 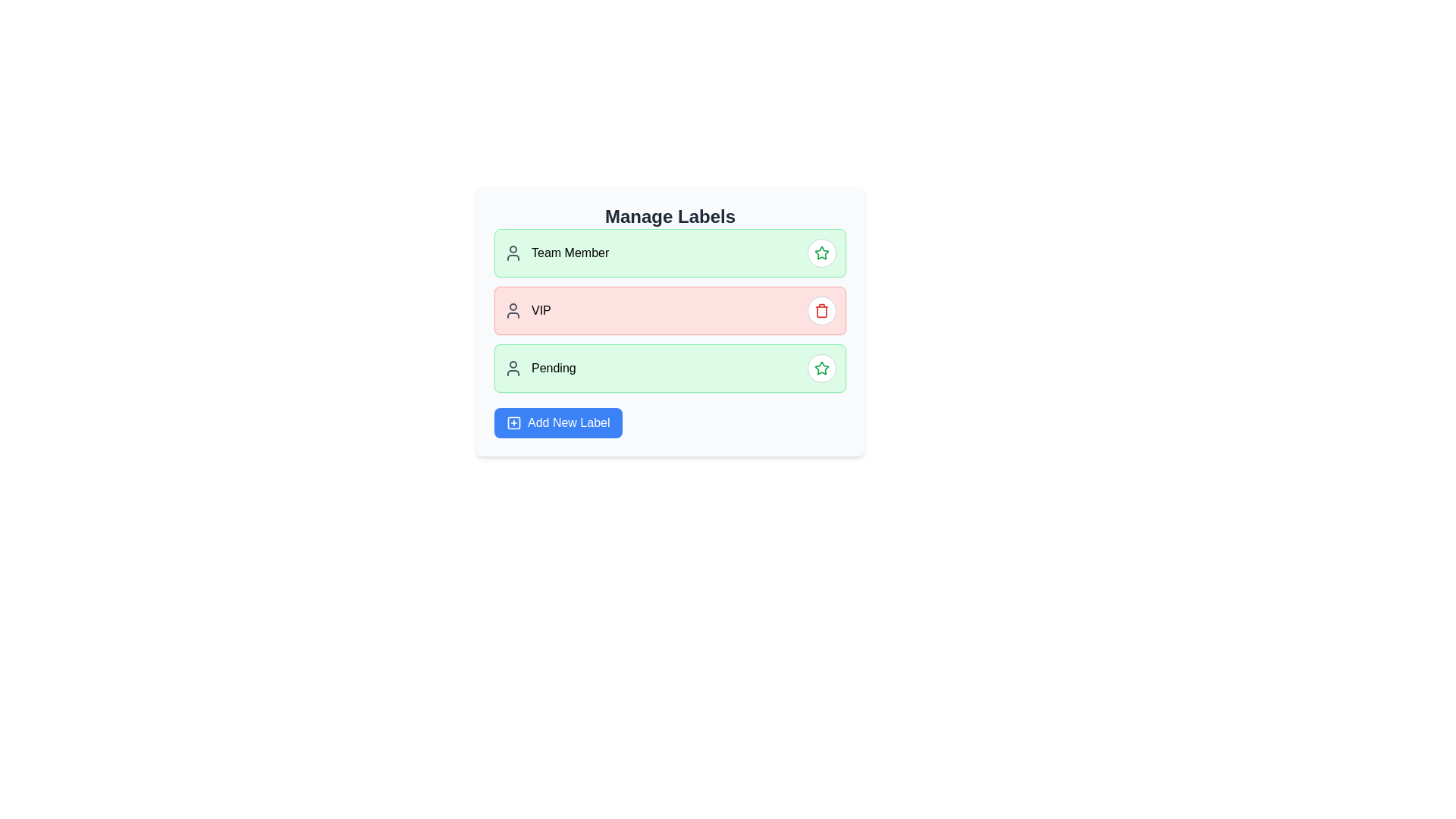 I want to click on the 'Pending' text with the user icon on its left, located in the bottom card of the 'Manage Labels' section, so click(x=540, y=369).